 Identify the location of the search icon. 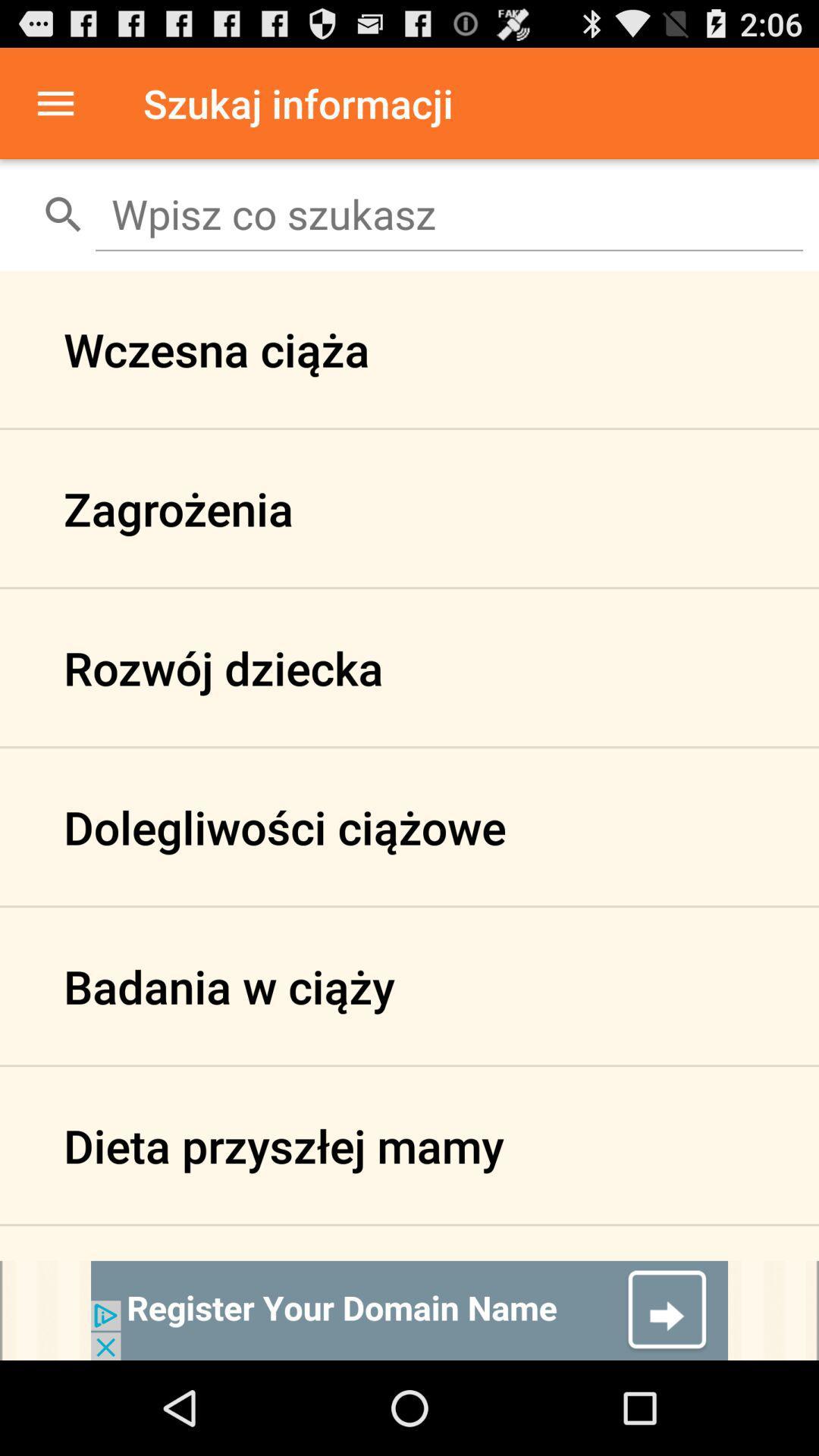
(63, 214).